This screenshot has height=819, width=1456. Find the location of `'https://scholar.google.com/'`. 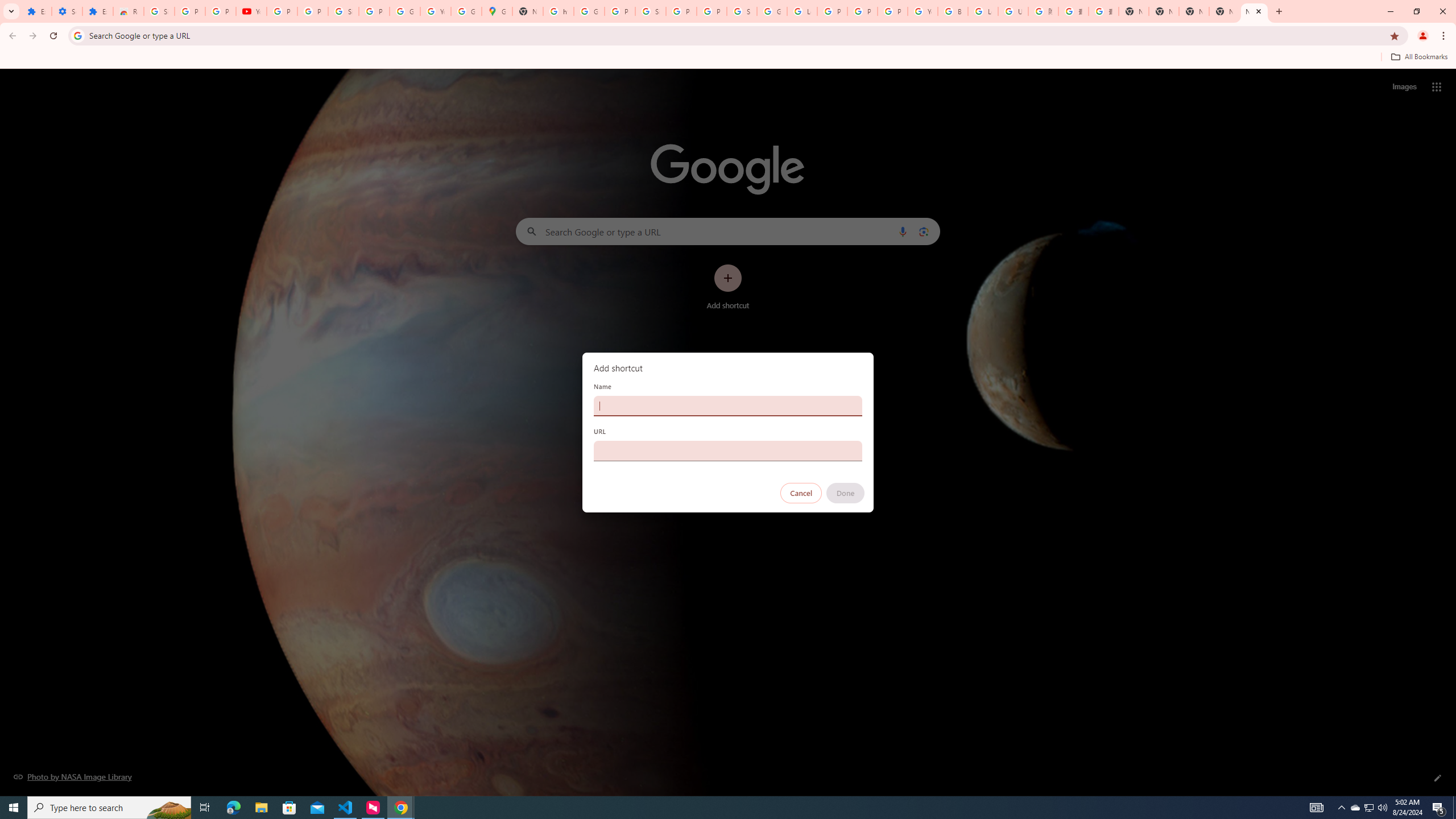

'https://scholar.google.com/' is located at coordinates (559, 11).